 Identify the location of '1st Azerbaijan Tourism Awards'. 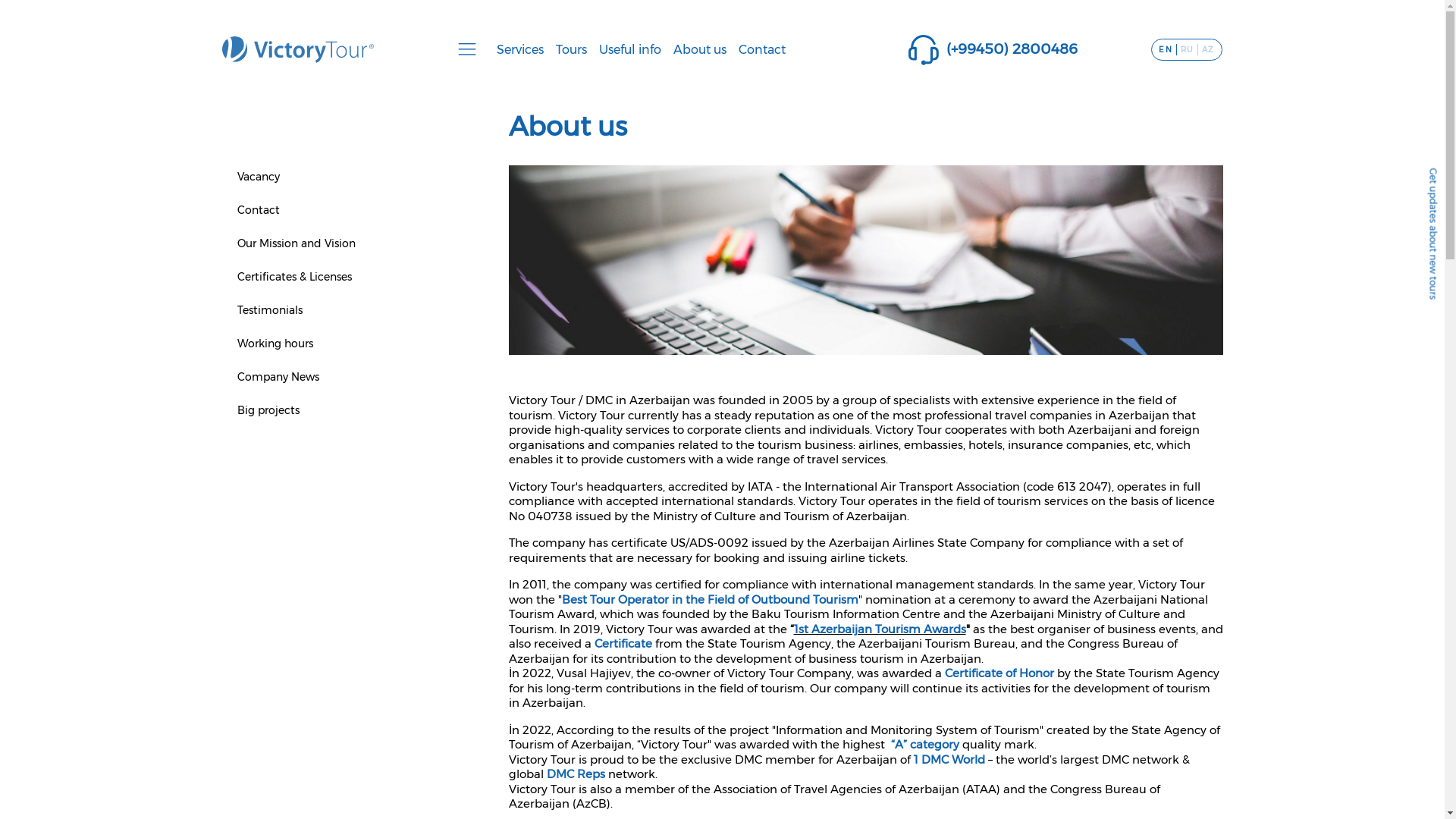
(792, 629).